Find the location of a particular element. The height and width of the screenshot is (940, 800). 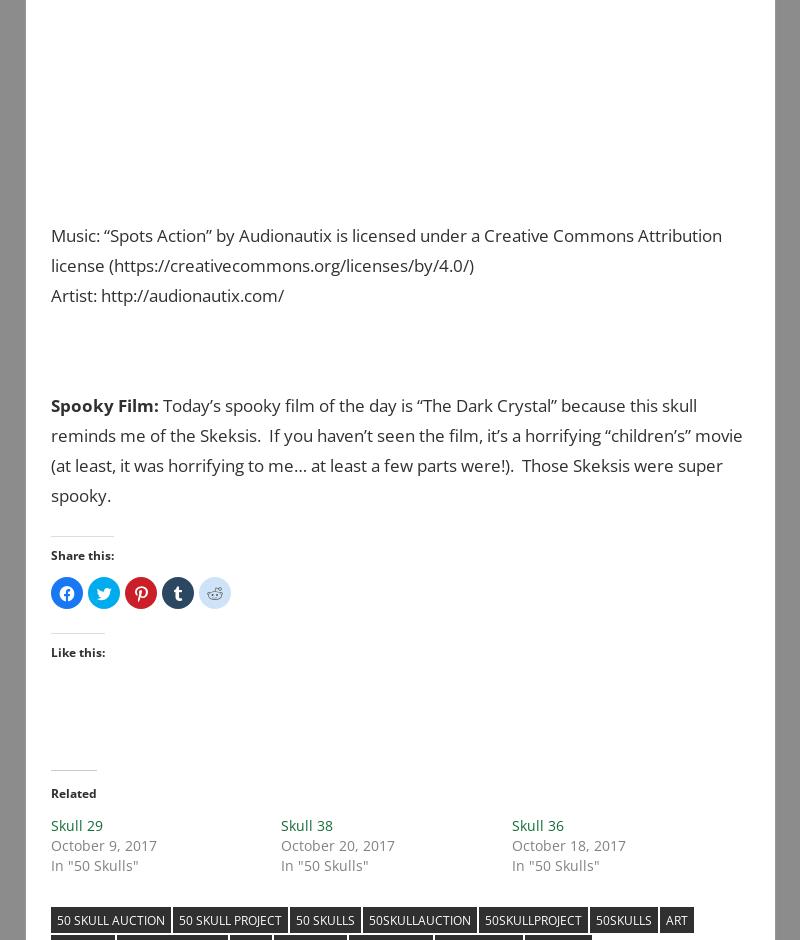

'50skullproject' is located at coordinates (532, 918).